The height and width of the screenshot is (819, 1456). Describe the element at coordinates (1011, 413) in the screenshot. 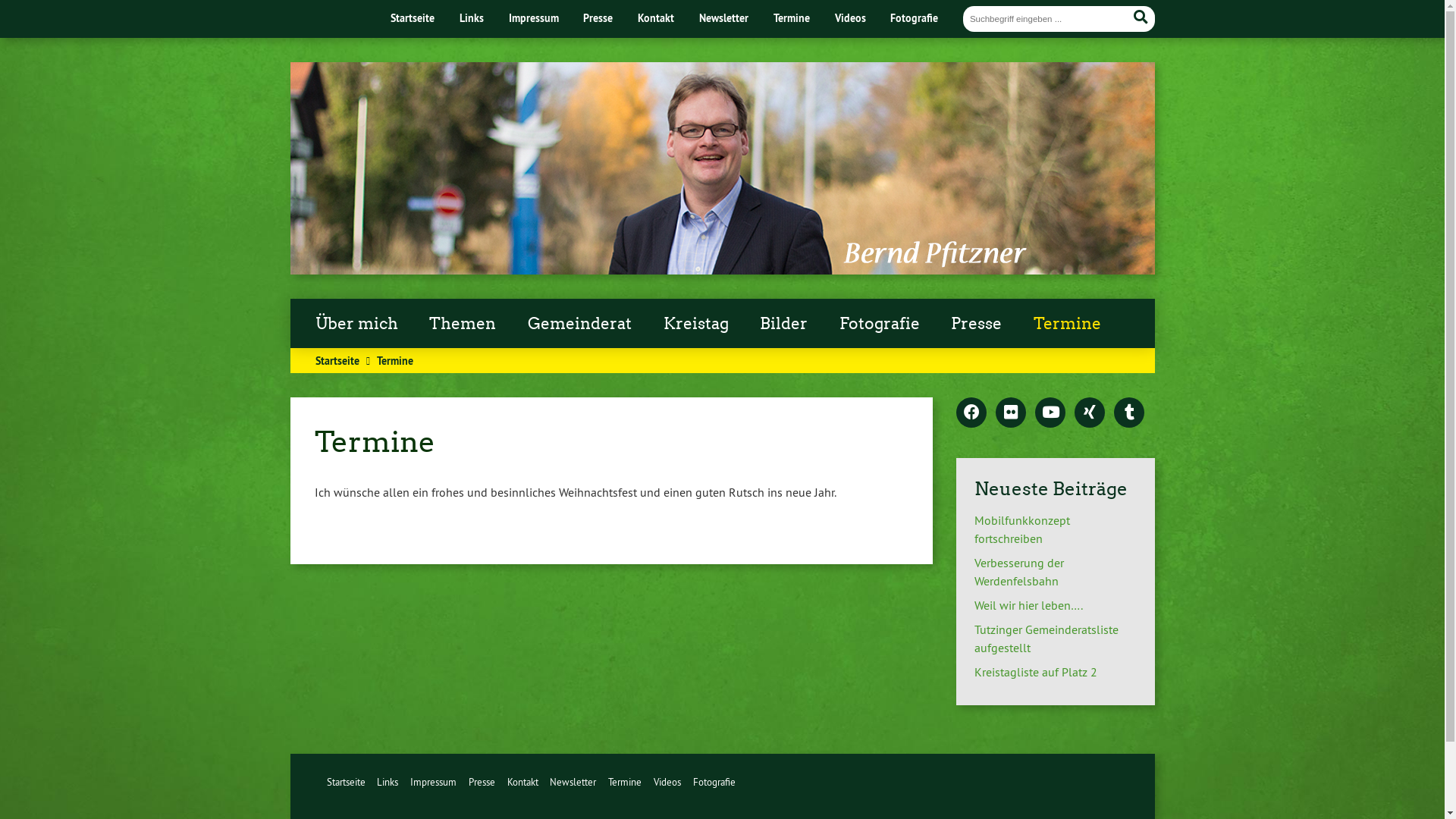

I see `'Flickr'` at that location.